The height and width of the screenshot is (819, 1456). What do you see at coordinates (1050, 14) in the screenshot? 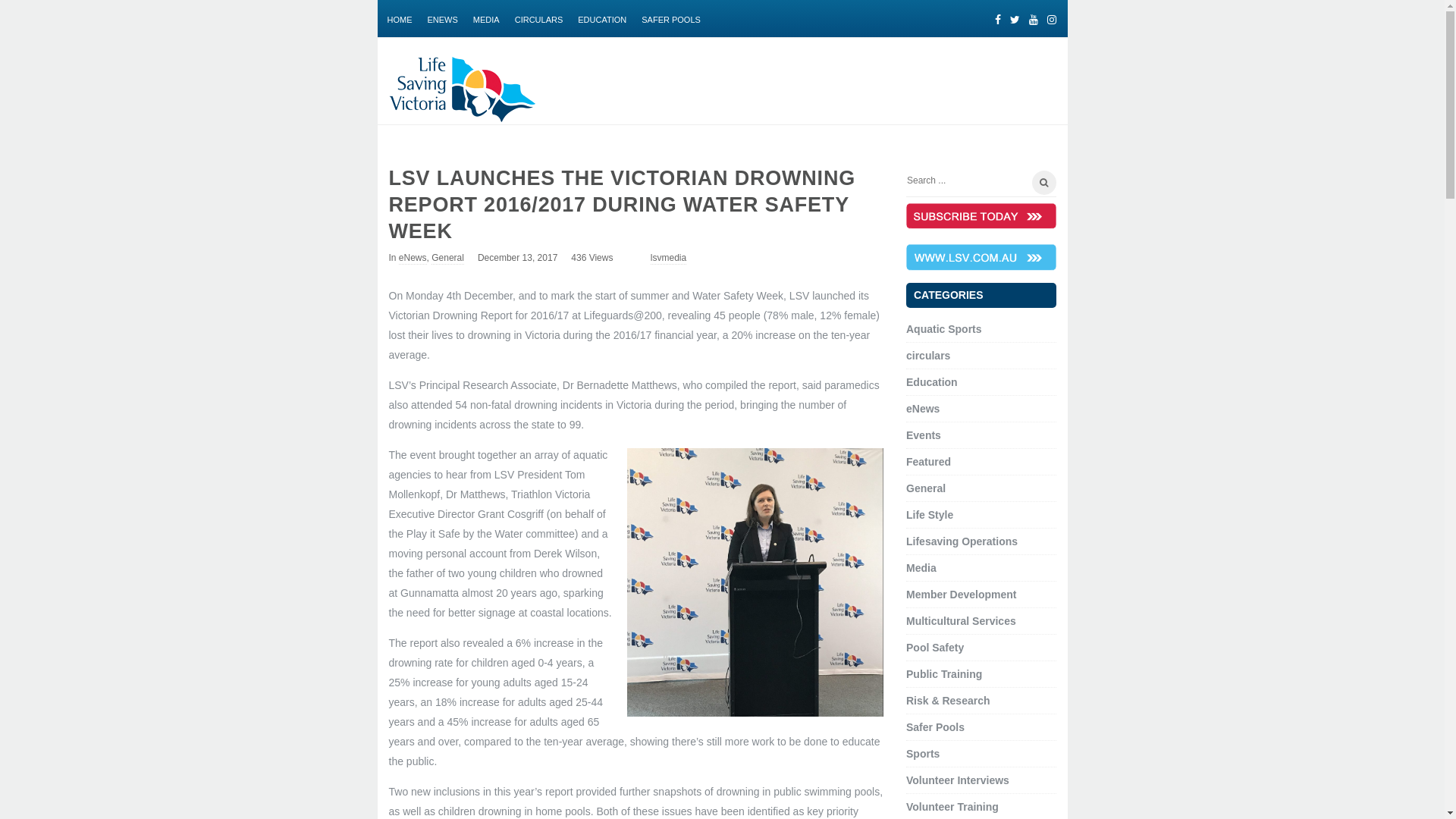
I see `'Instagram'` at bounding box center [1050, 14].